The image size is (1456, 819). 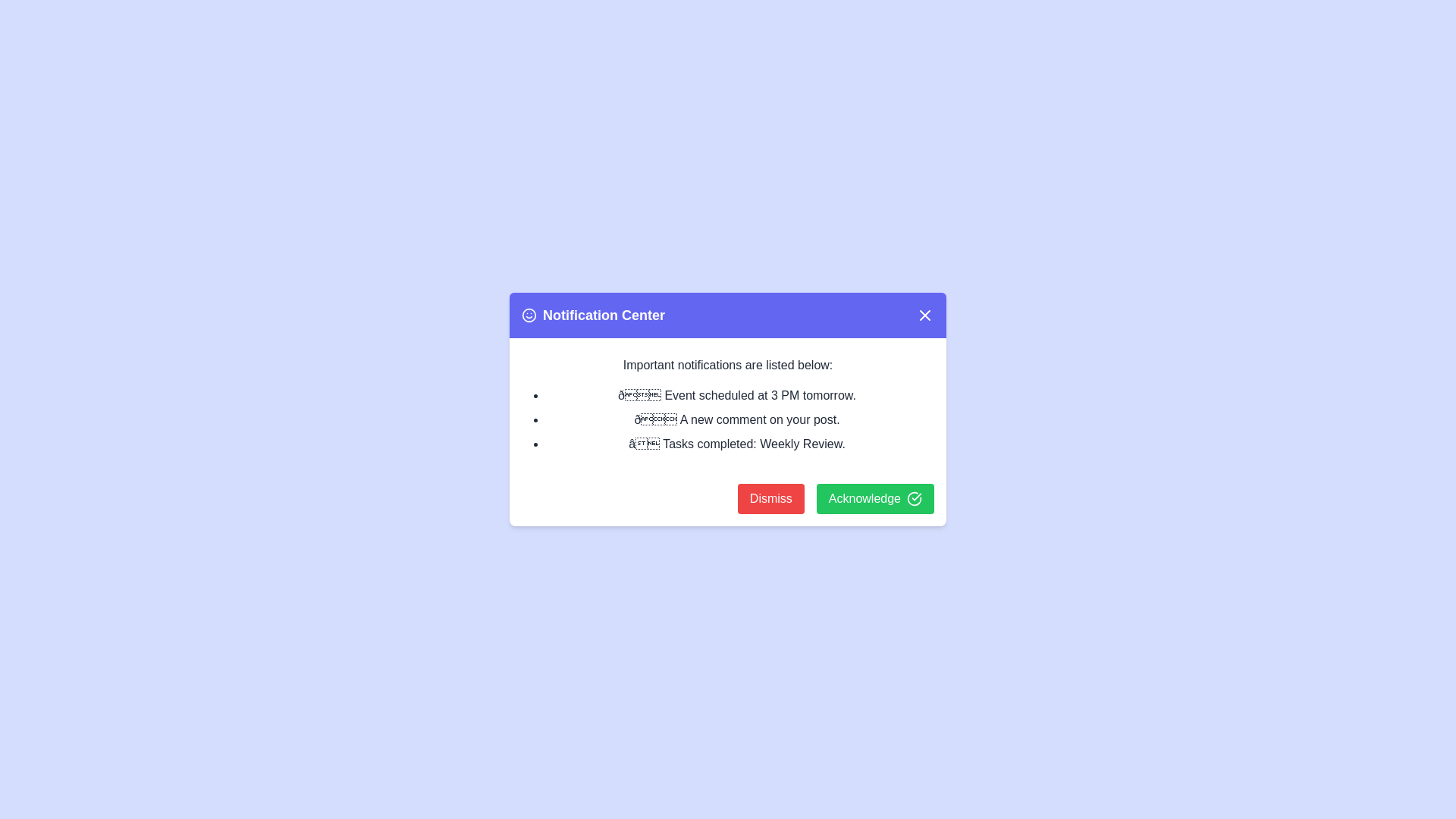 What do you see at coordinates (770, 499) in the screenshot?
I see `the Dismiss button to perform the associated action` at bounding box center [770, 499].